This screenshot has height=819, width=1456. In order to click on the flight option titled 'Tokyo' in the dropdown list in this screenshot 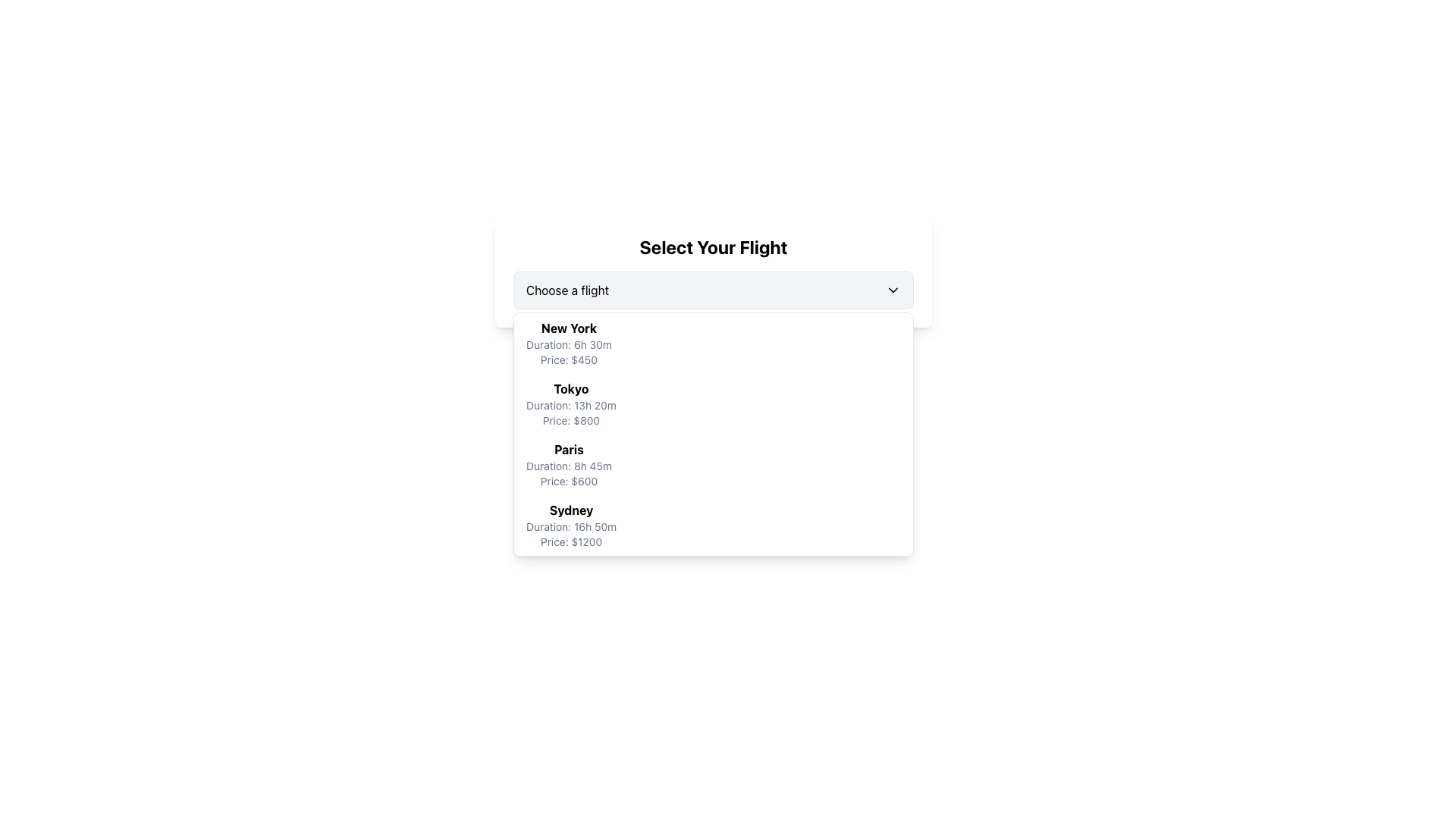, I will do `click(712, 403)`.